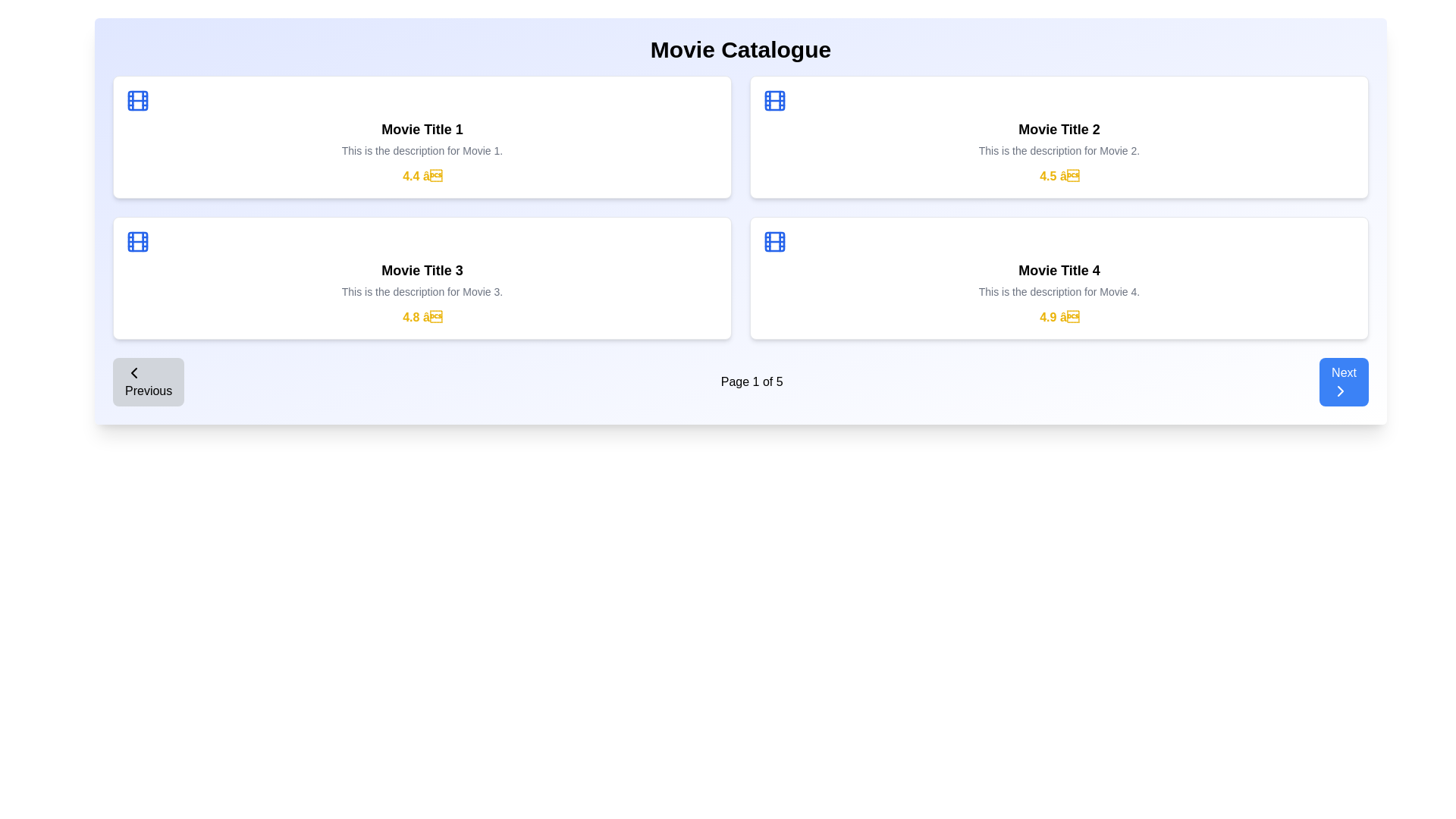  I want to click on the Information card representing the movie entry, located in the bottom-right corner of the layout, which provides the movie title, description, and rating, so click(1058, 278).